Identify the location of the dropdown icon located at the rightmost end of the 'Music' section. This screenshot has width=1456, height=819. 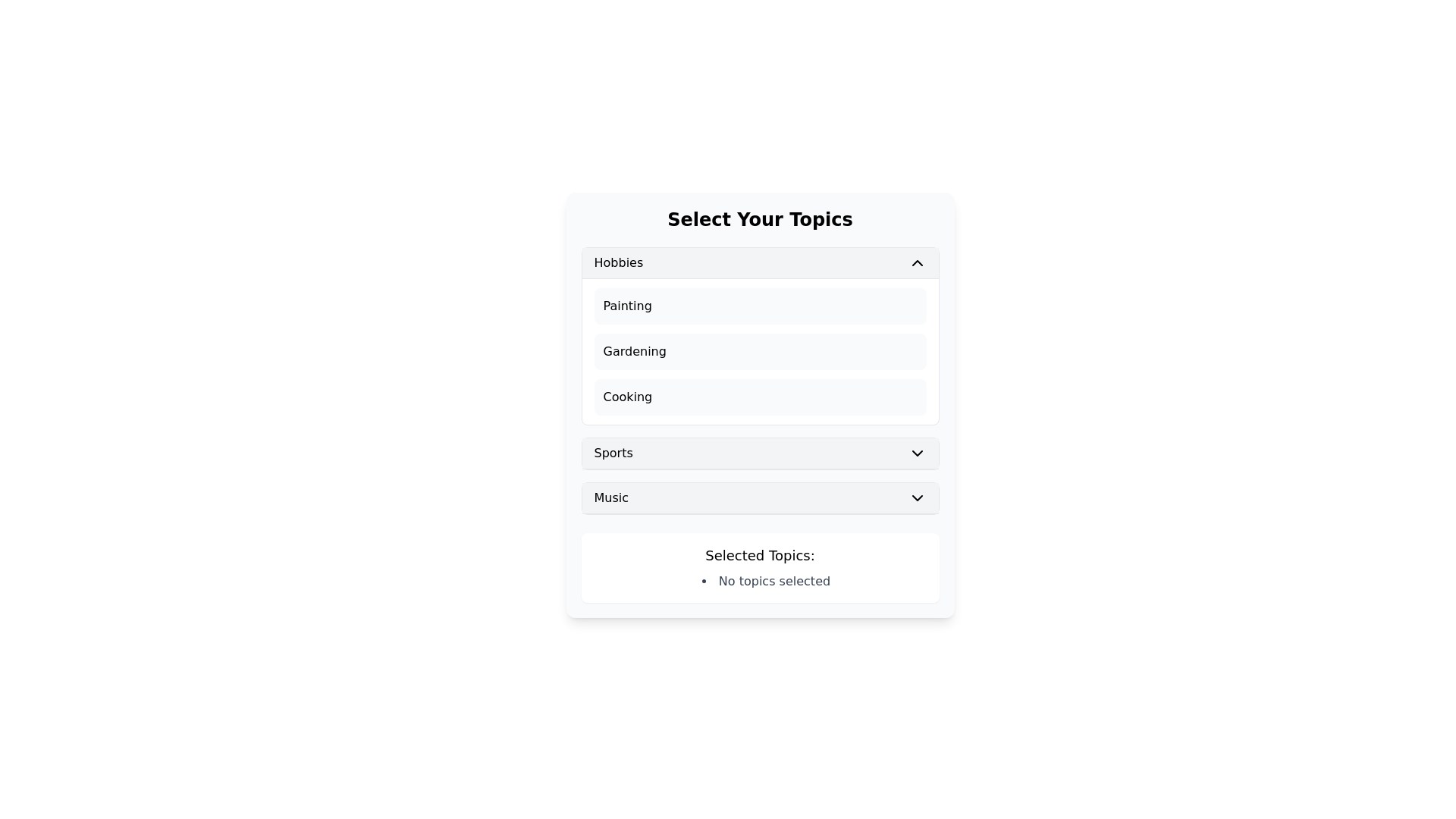
(916, 497).